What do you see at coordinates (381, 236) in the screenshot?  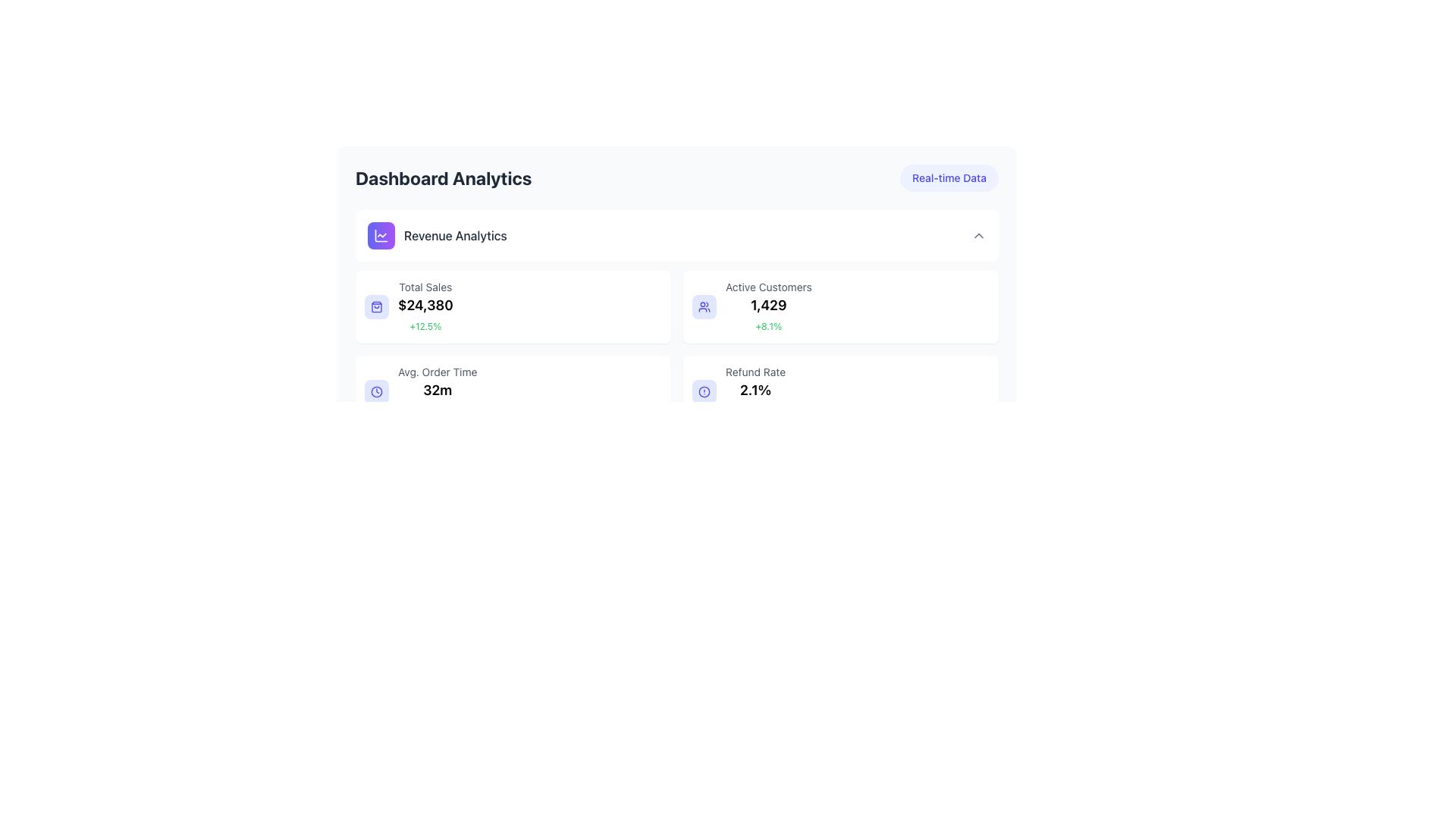 I see `the decorative vector shape within the 'Revenue Analytics' icon, which is part of a line chart in the 'Dashboard Analytics' section` at bounding box center [381, 236].